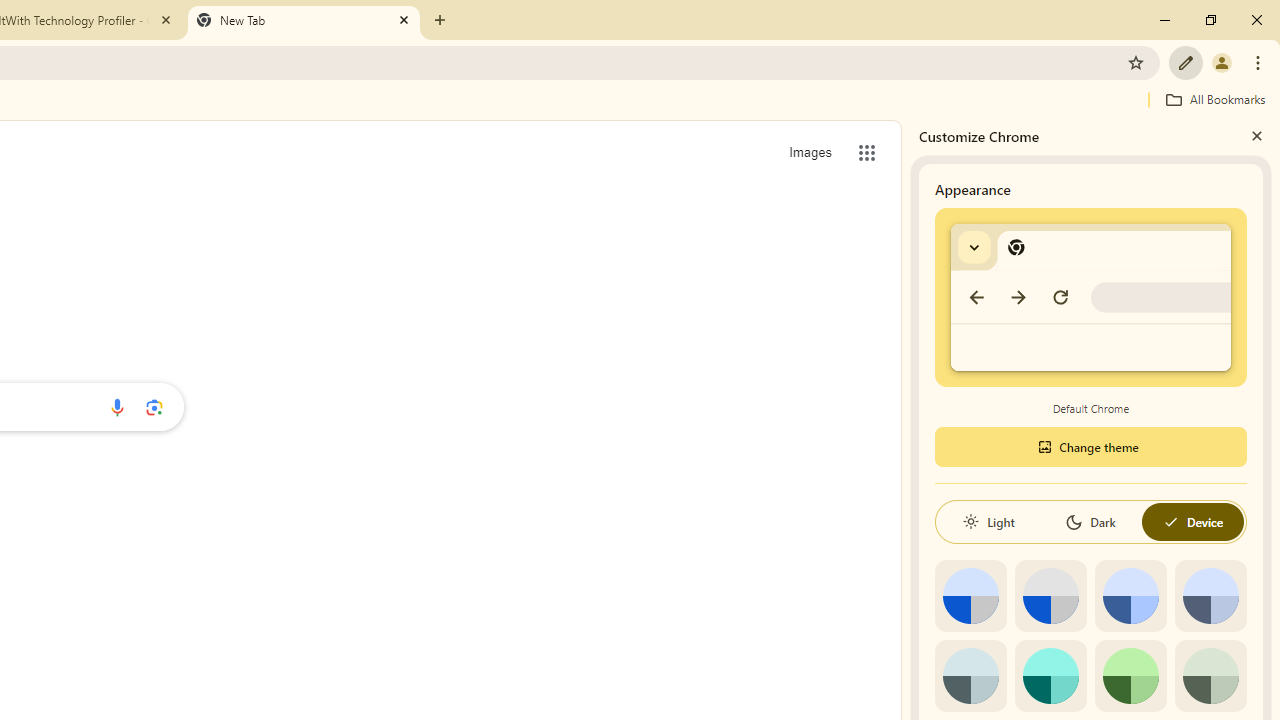  I want to click on 'Aqua', so click(1049, 675).